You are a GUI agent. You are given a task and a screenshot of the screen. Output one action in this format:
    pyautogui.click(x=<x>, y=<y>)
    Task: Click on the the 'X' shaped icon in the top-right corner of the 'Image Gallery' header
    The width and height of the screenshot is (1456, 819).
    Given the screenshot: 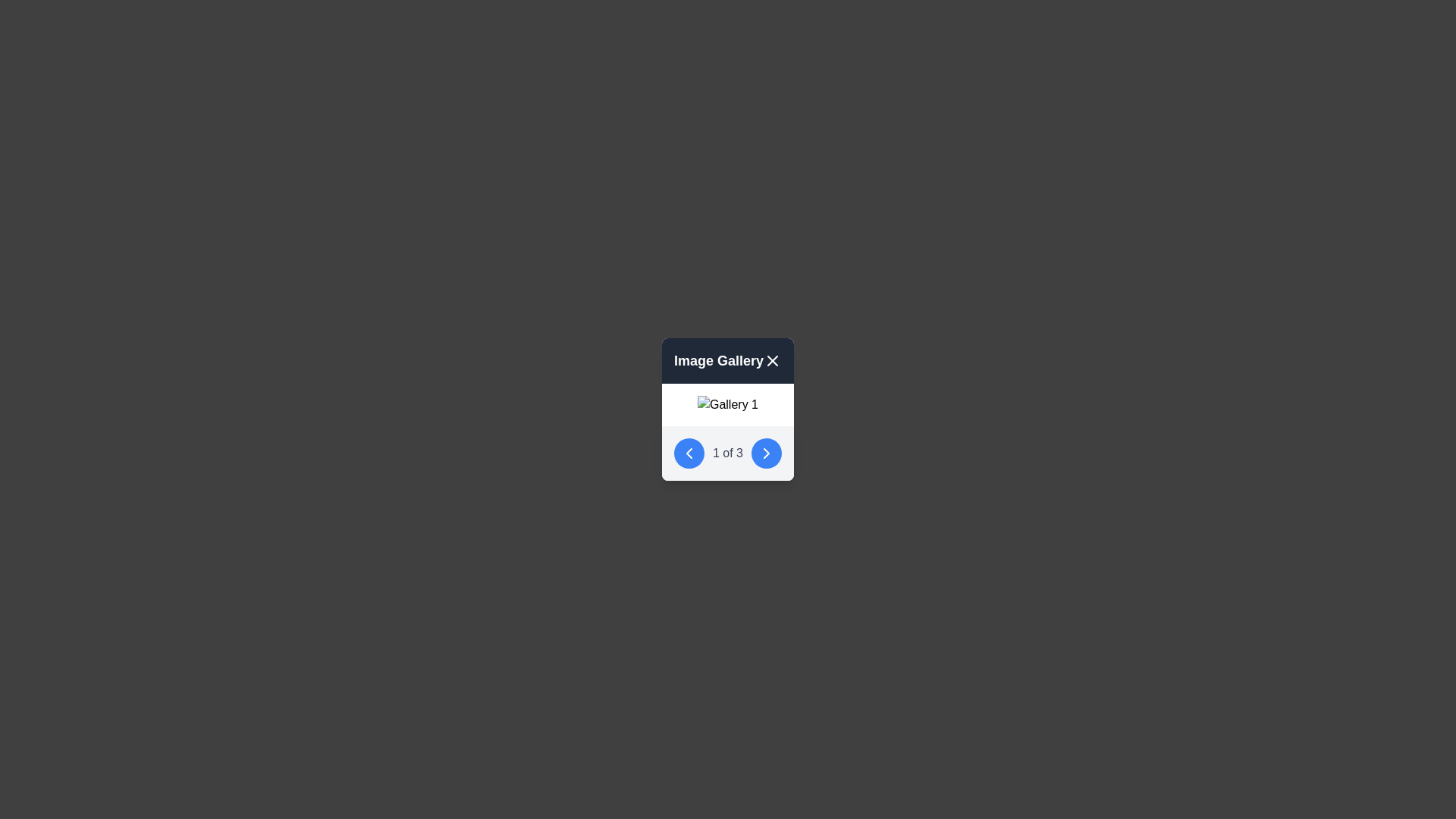 What is the action you would take?
    pyautogui.click(x=772, y=360)
    